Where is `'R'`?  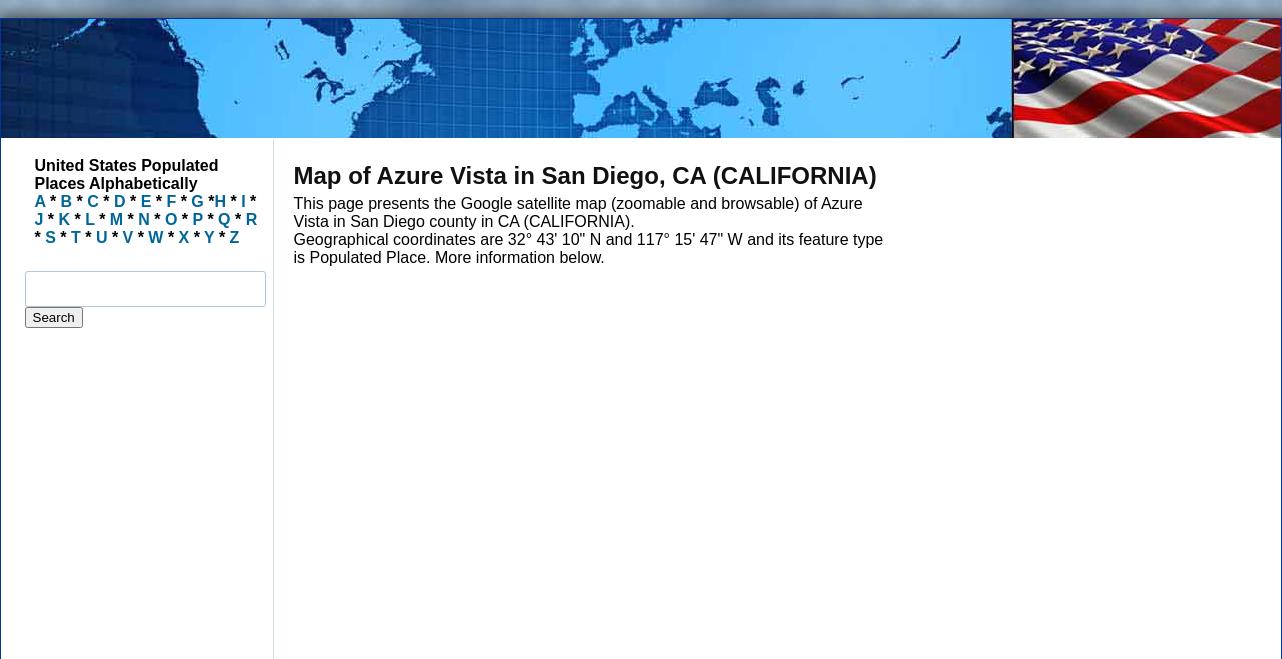 'R' is located at coordinates (244, 219).